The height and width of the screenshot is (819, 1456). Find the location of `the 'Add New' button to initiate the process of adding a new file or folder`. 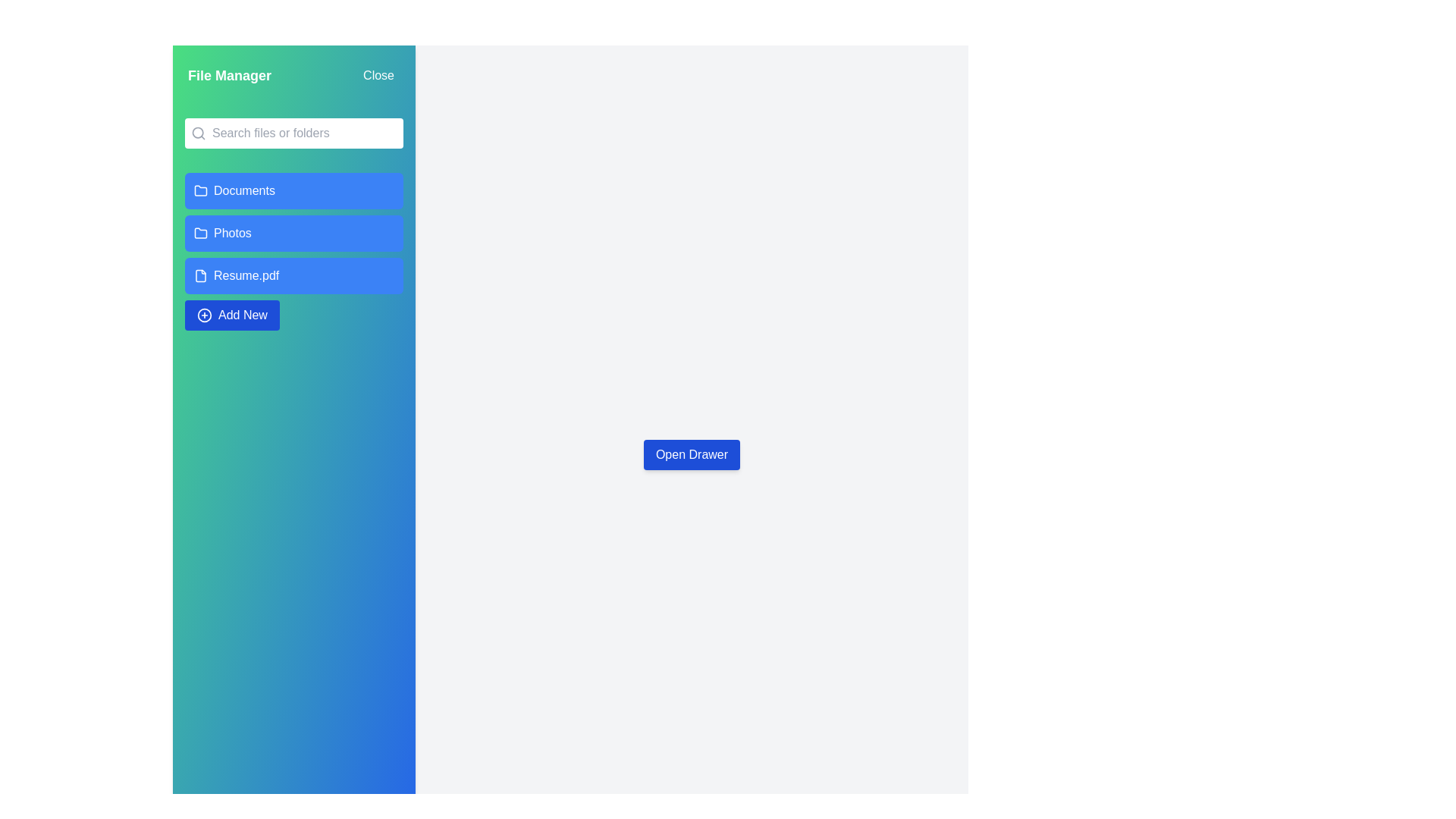

the 'Add New' button to initiate the process of adding a new file or folder is located at coordinates (231, 315).